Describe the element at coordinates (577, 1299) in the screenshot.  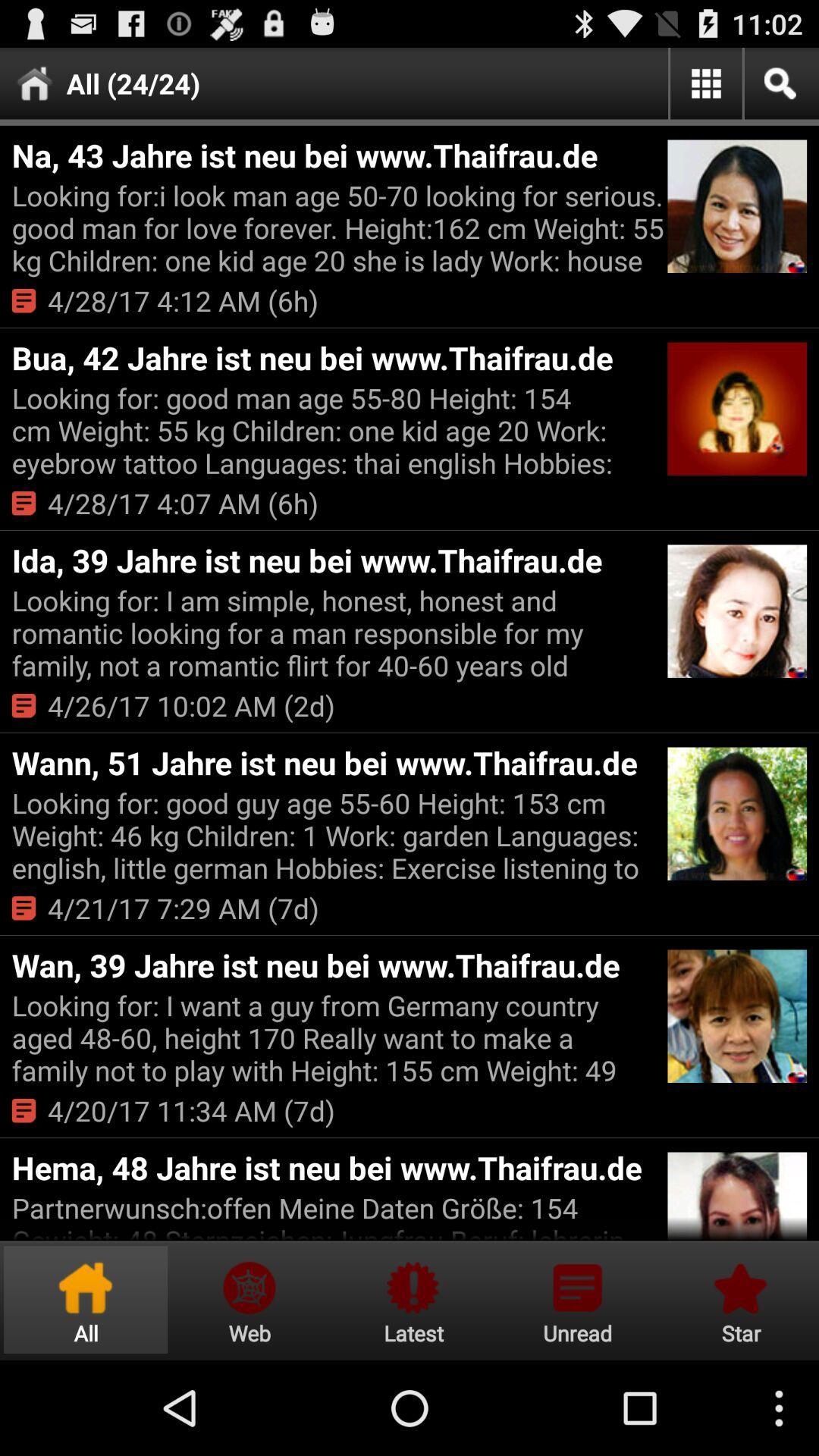
I see `the app below partnerwunsch offen meine app` at that location.